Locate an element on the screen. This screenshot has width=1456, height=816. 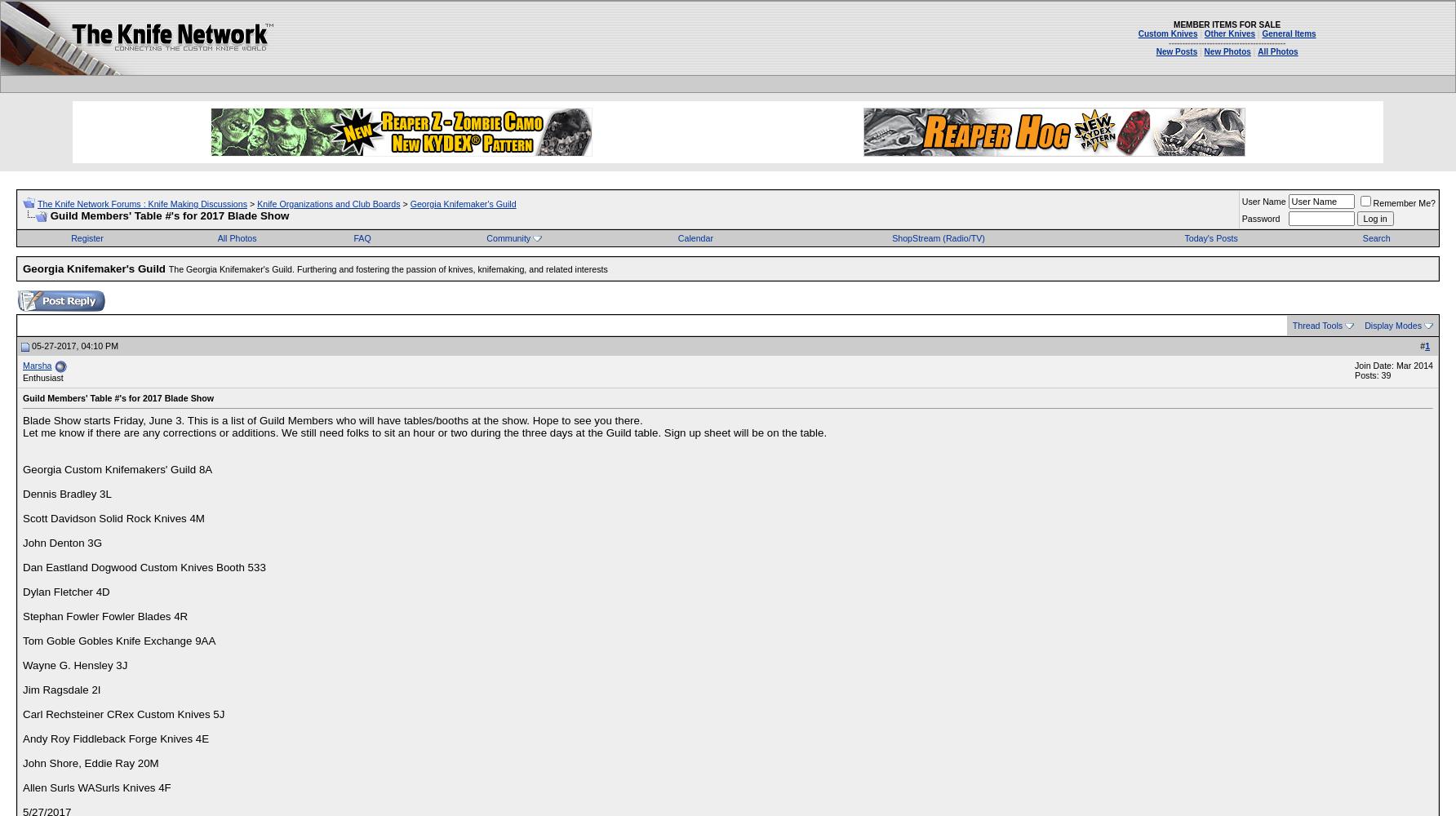
'Today's Posts' is located at coordinates (1210, 238).